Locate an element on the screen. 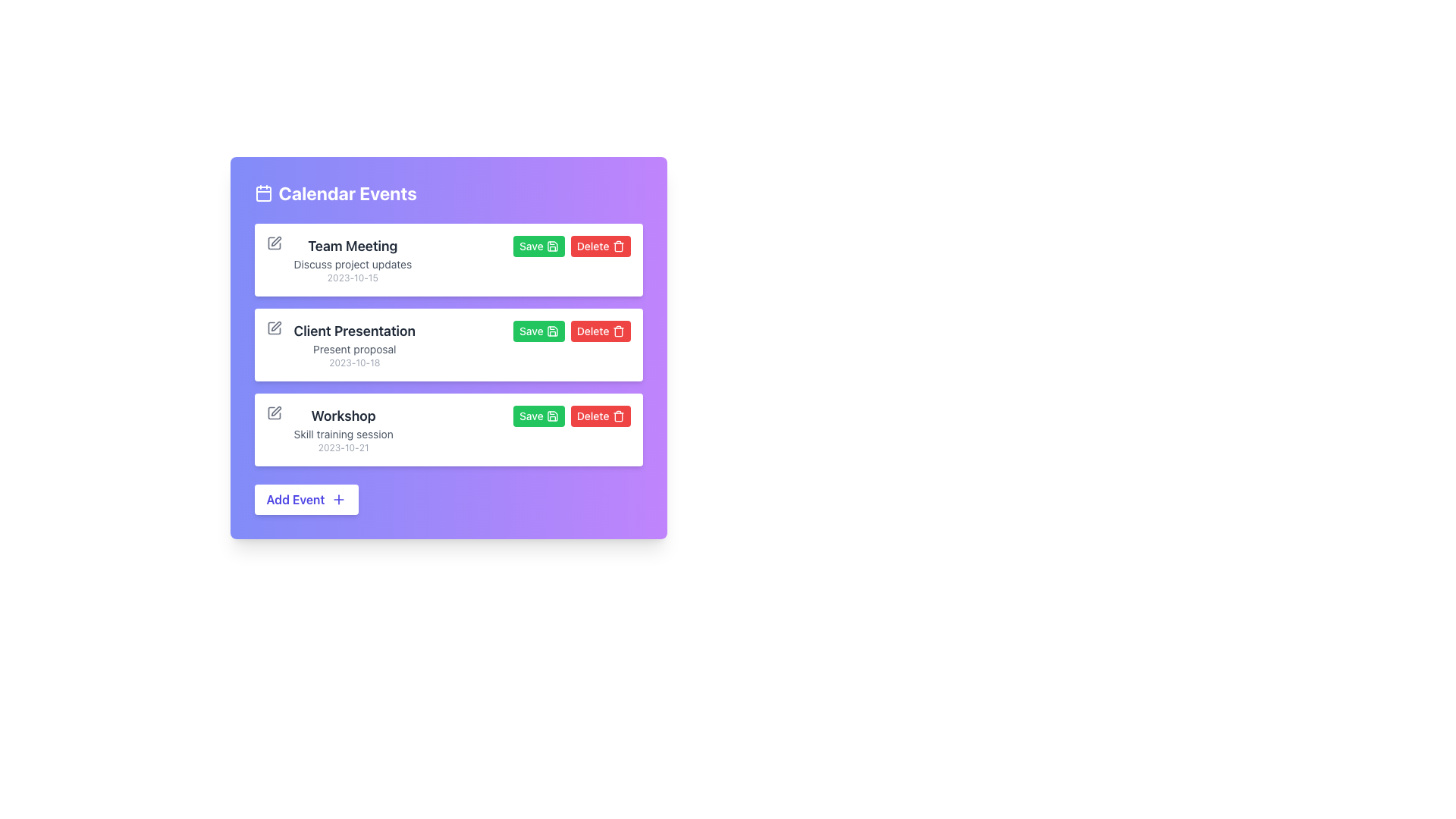 This screenshot has height=819, width=1456. the static text element displaying the date '2023-10-15', which is styled in light gray and located below the title 'Team Meeting' and description 'Discuss project updates' is located at coordinates (352, 278).